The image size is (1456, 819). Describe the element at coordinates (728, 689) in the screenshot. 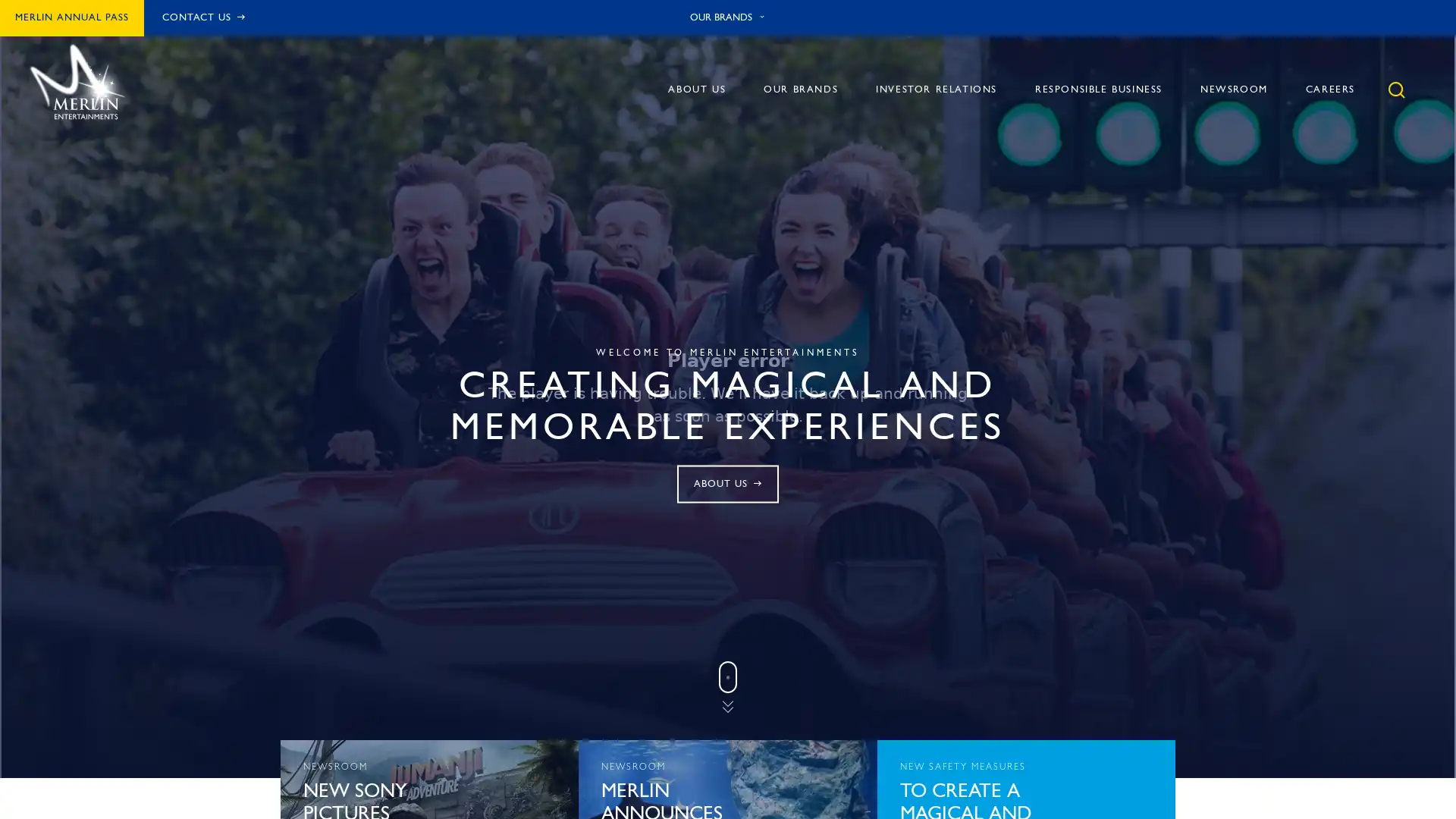

I see `wheel for scroll btn banner arrow for scroll banner arrow for scroll` at that location.